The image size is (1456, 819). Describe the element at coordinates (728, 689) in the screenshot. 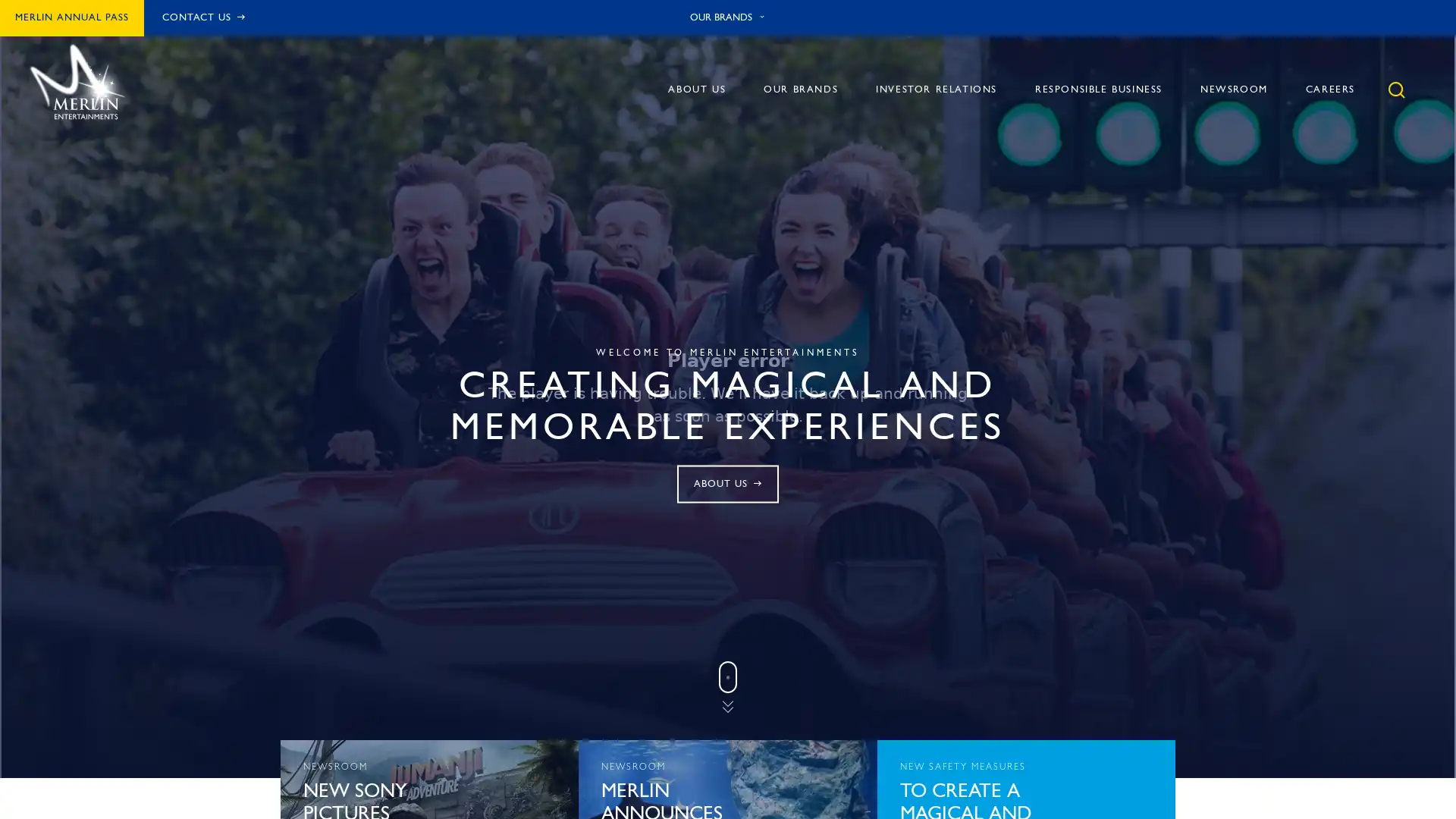

I see `wheel for scroll btn banner arrow for scroll banner arrow for scroll` at that location.